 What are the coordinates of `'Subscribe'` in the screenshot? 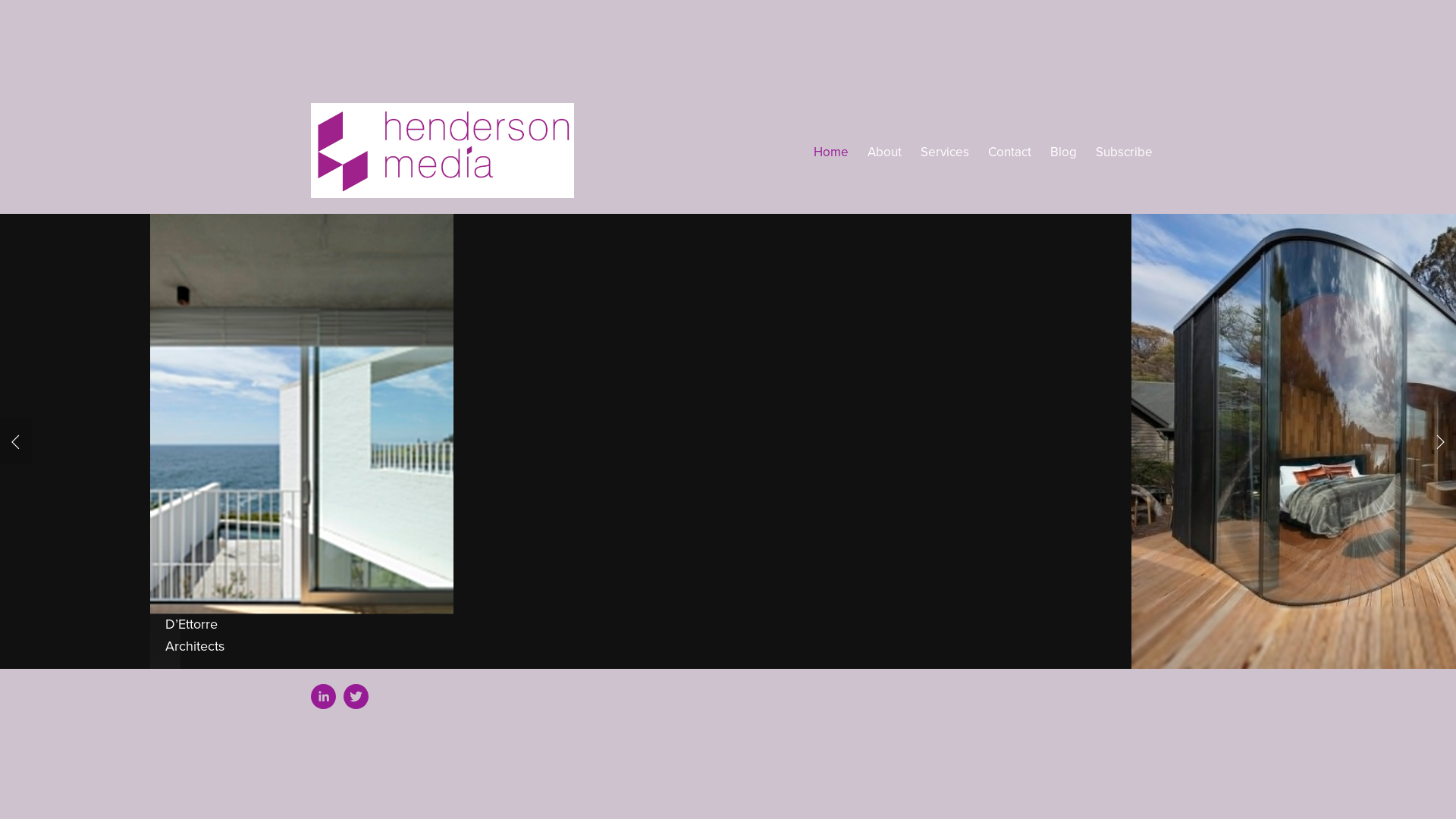 It's located at (1124, 152).